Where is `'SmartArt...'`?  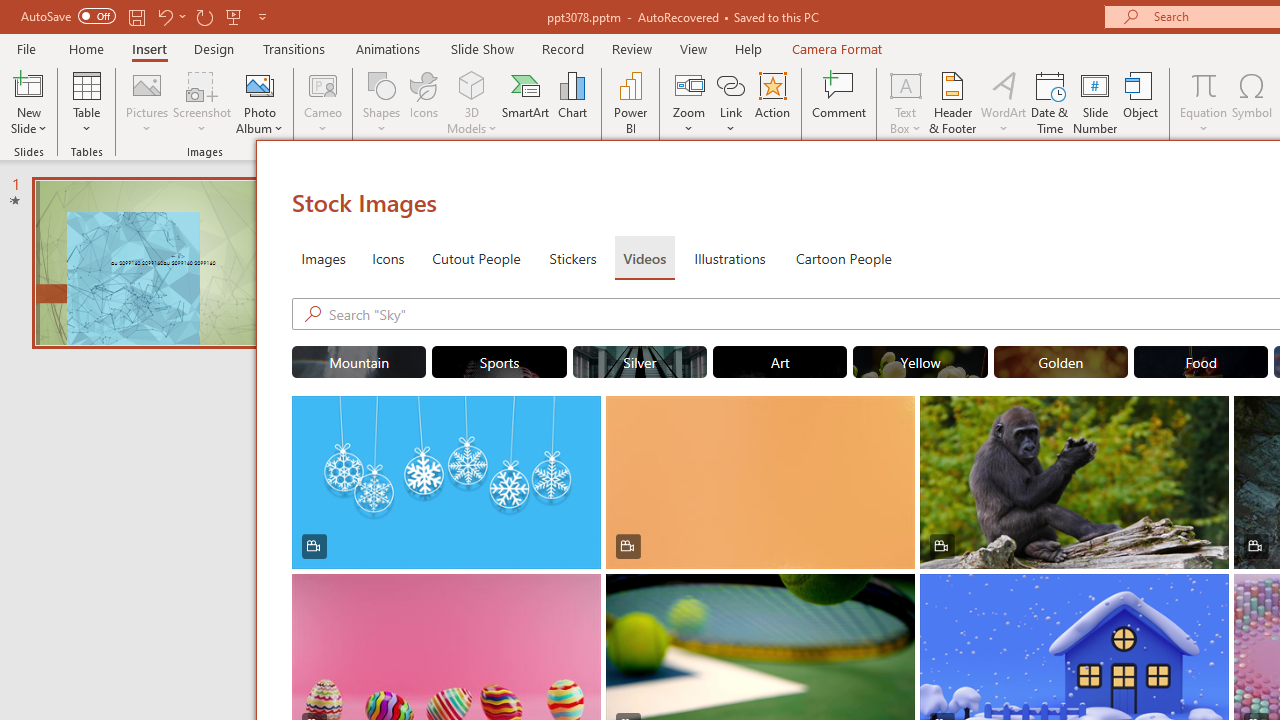 'SmartArt...' is located at coordinates (526, 103).